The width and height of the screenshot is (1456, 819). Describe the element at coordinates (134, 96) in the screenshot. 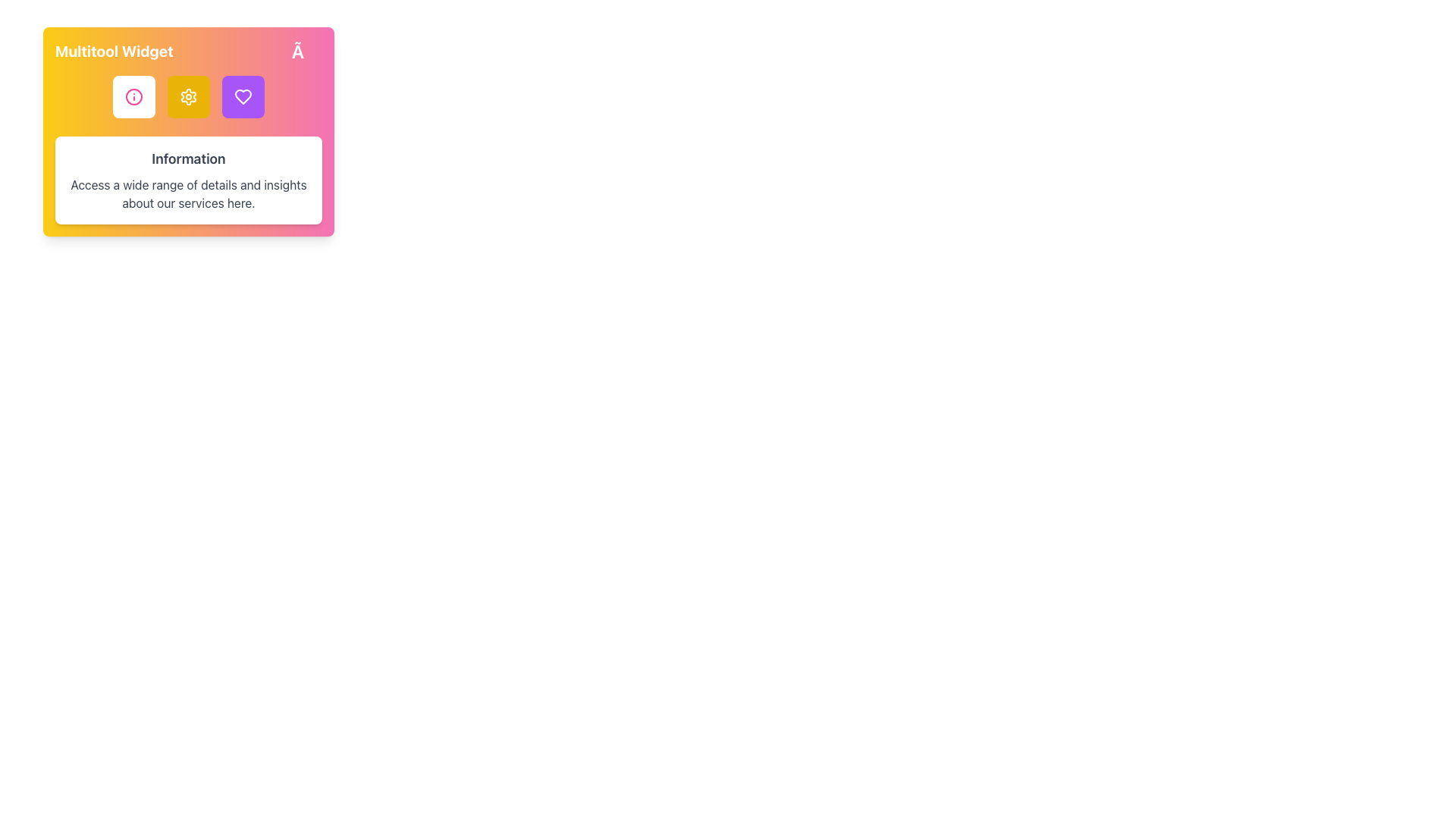

I see `the information button located below the 'Multitool Widget' heading, which is the leftmost among three buttons within a gradient-colored card` at that location.